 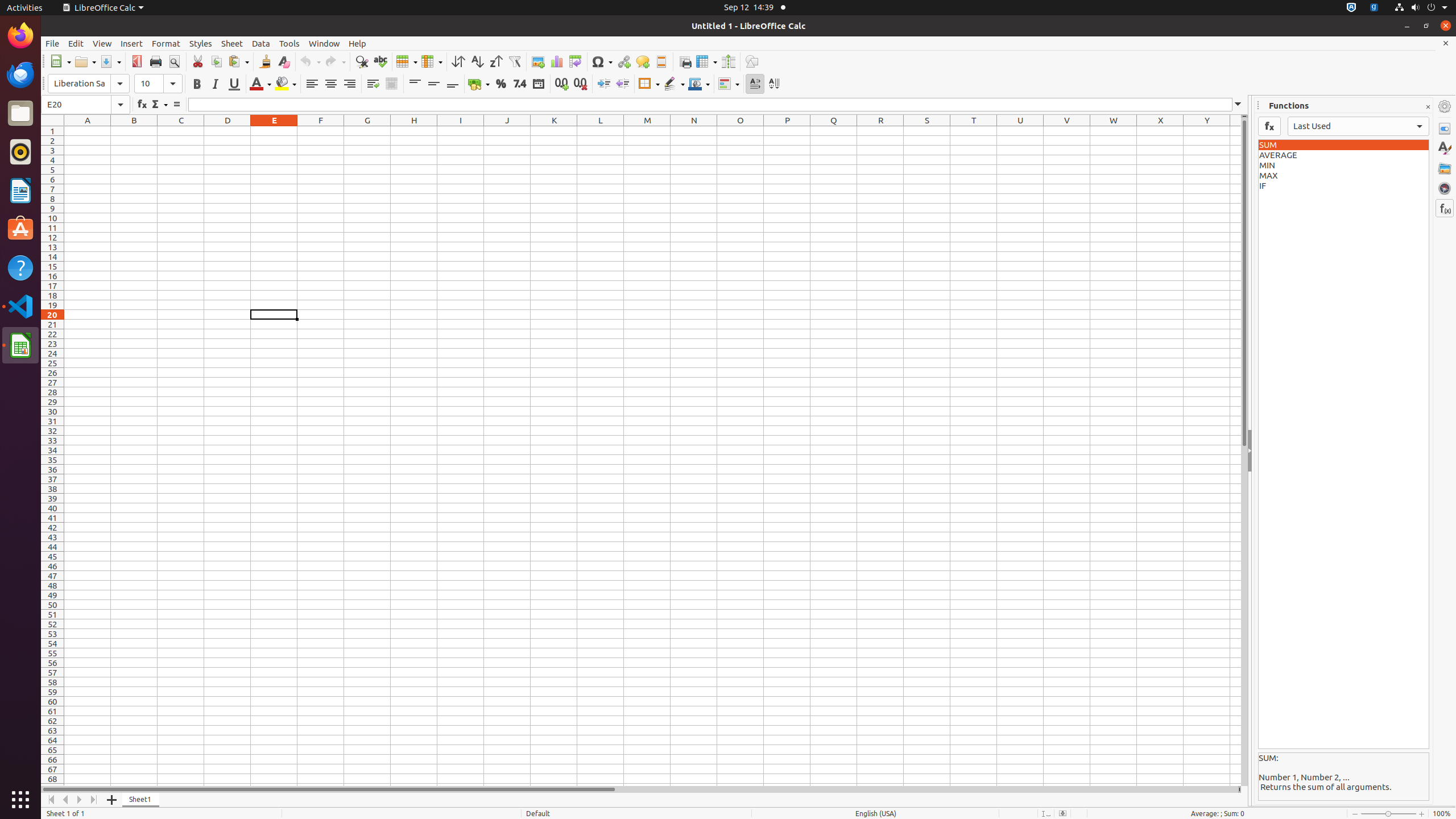 I want to click on 'O1', so click(x=740, y=130).